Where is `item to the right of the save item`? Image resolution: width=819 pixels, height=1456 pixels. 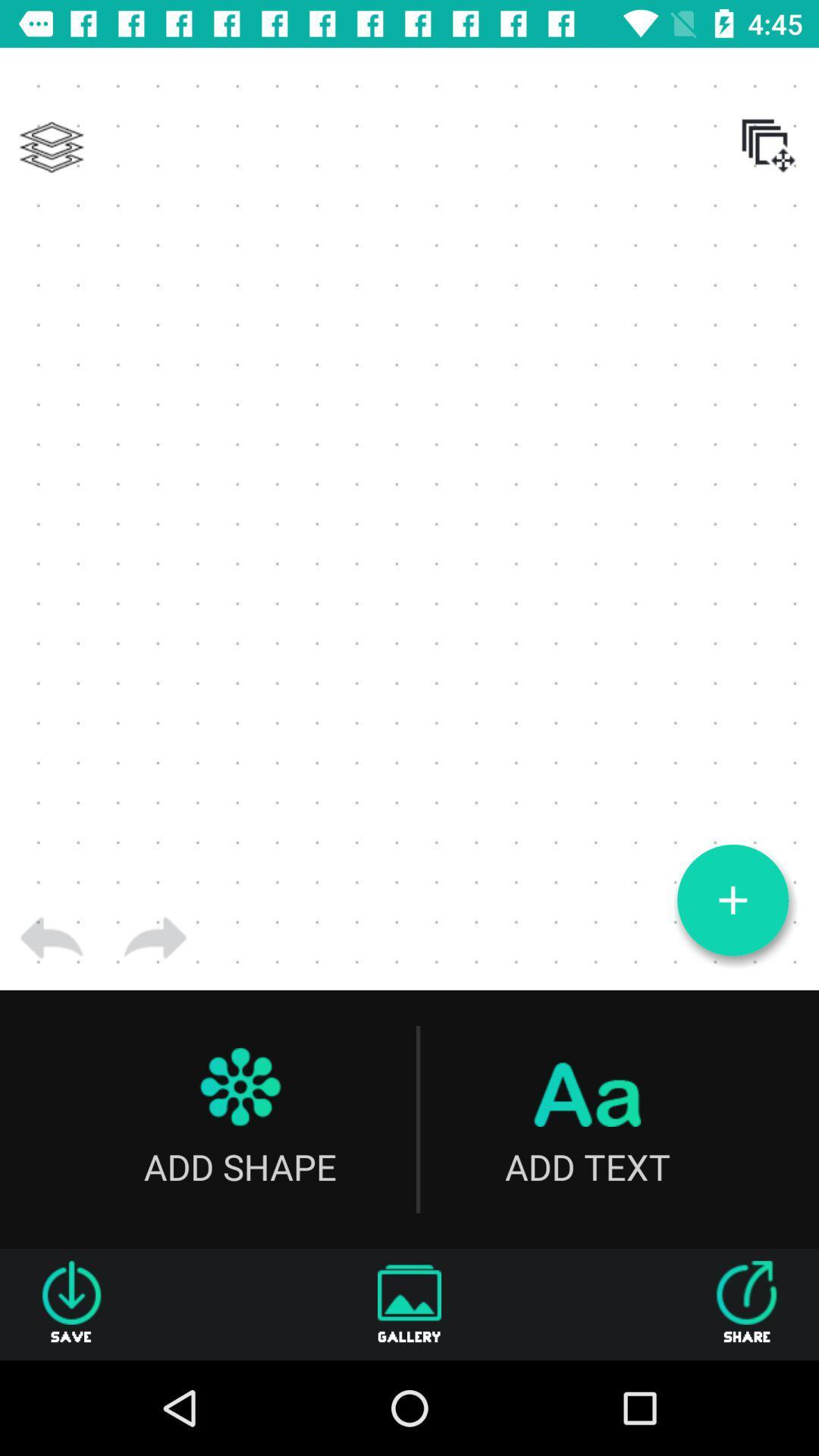
item to the right of the save item is located at coordinates (409, 1304).